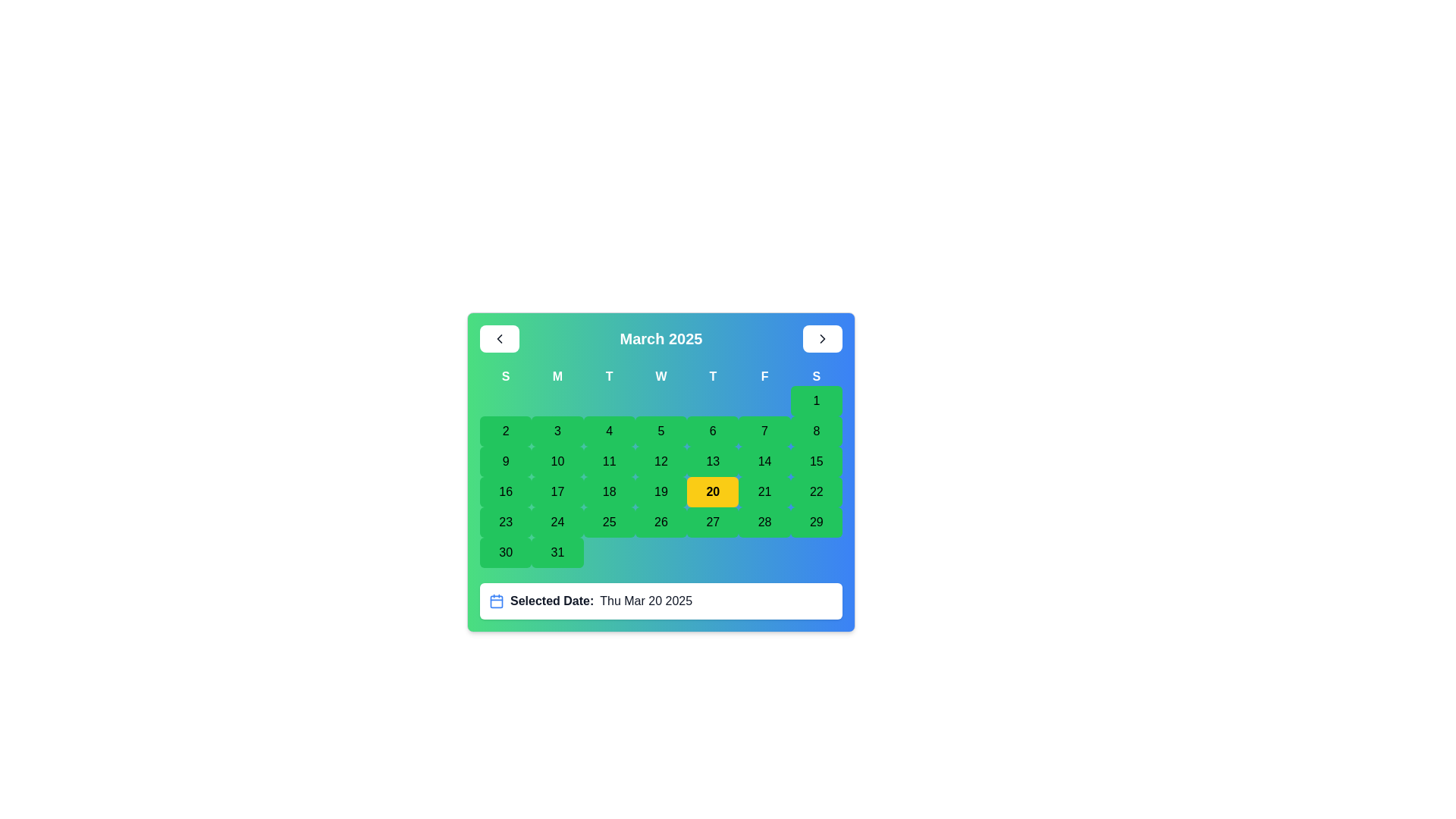 The width and height of the screenshot is (1456, 819). I want to click on the label displaying the letter 'T' in bold white text, which is the third label in a sequence representing weekdays, located beneath the 'March 2025' header, so click(609, 376).